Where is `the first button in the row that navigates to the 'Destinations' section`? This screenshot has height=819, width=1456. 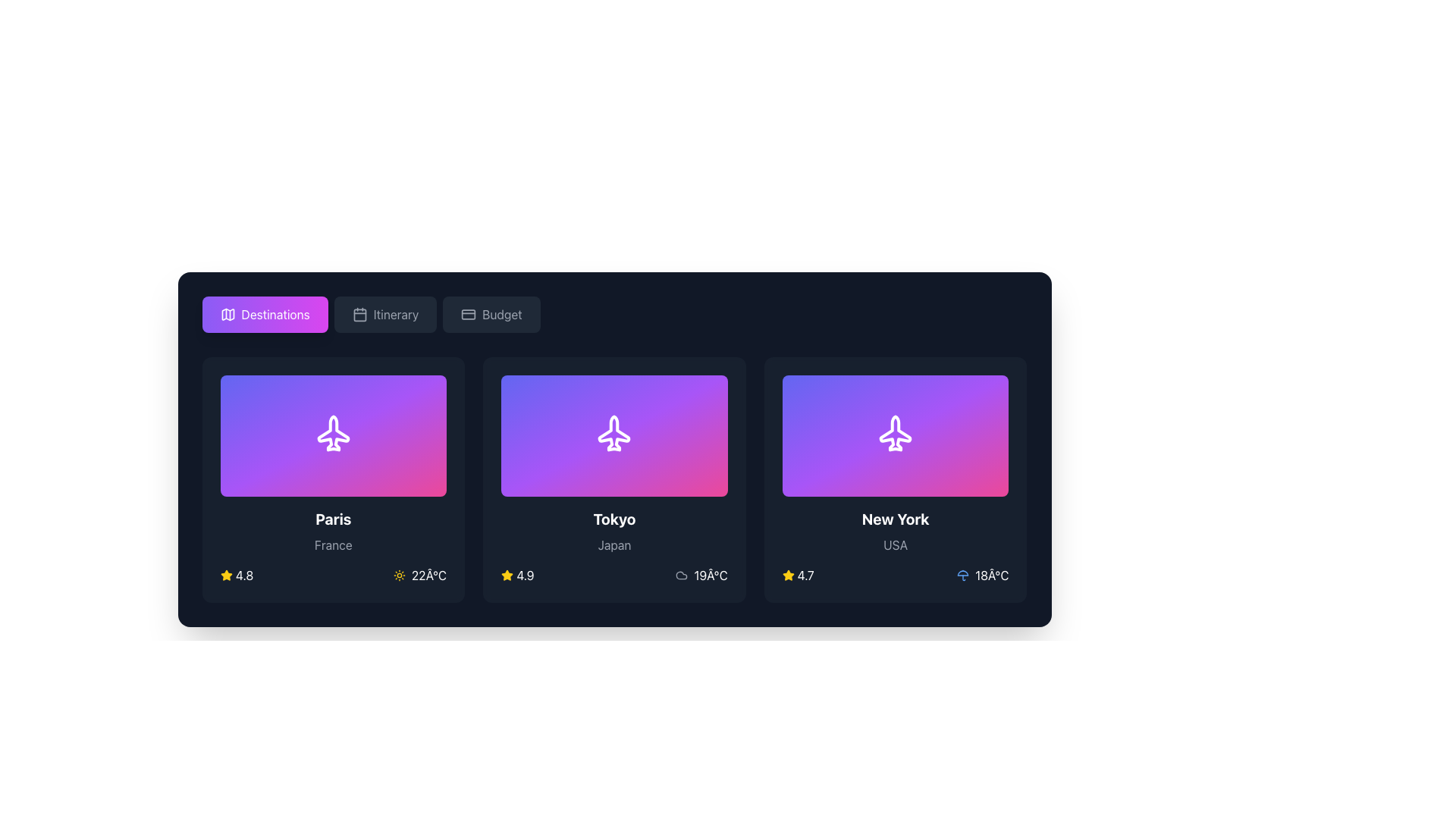 the first button in the row that navigates to the 'Destinations' section is located at coordinates (265, 314).